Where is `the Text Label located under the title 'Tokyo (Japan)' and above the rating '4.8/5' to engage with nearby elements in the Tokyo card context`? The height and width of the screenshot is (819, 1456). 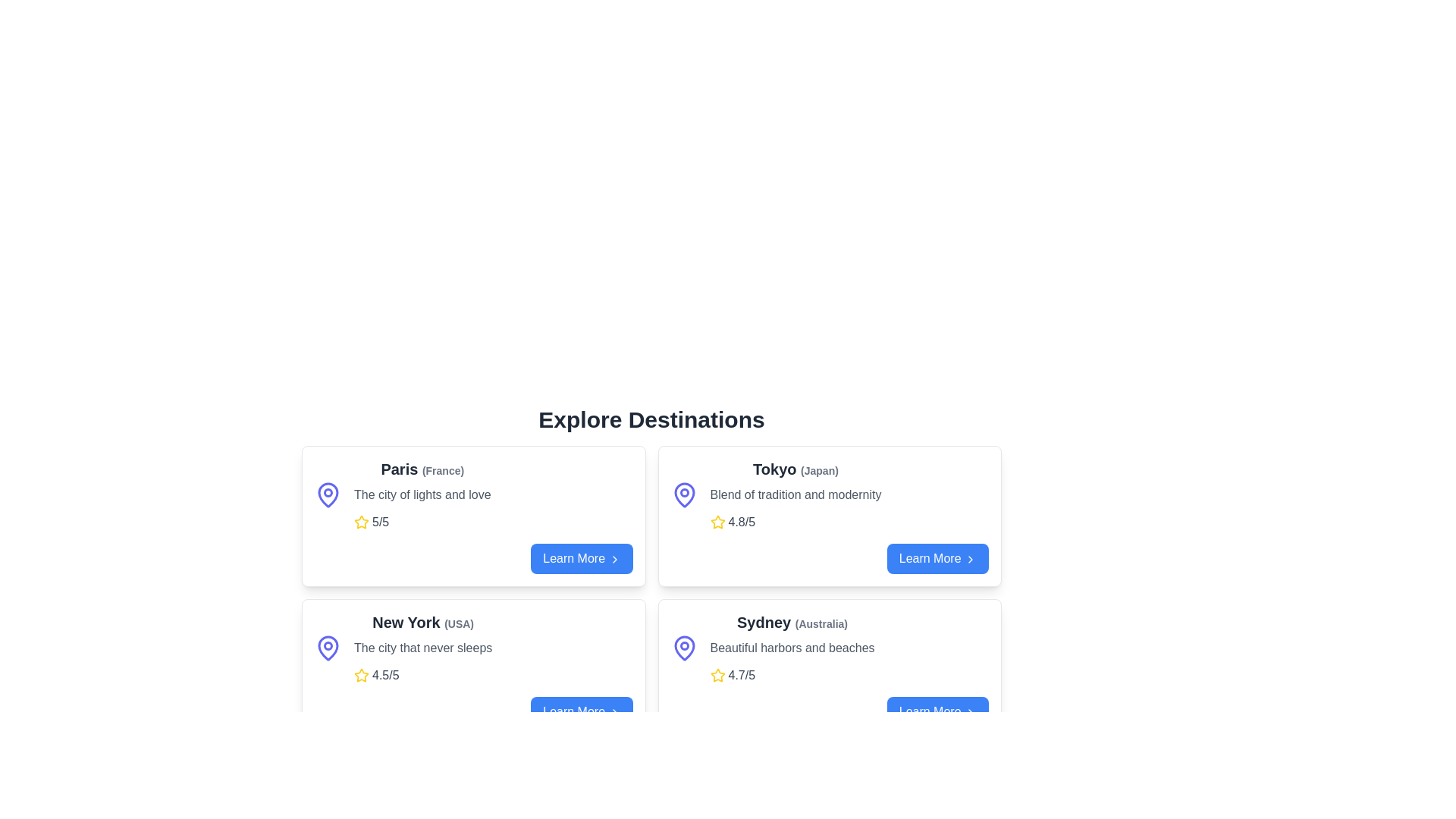
the Text Label located under the title 'Tokyo (Japan)' and above the rating '4.8/5' to engage with nearby elements in the Tokyo card context is located at coordinates (795, 494).